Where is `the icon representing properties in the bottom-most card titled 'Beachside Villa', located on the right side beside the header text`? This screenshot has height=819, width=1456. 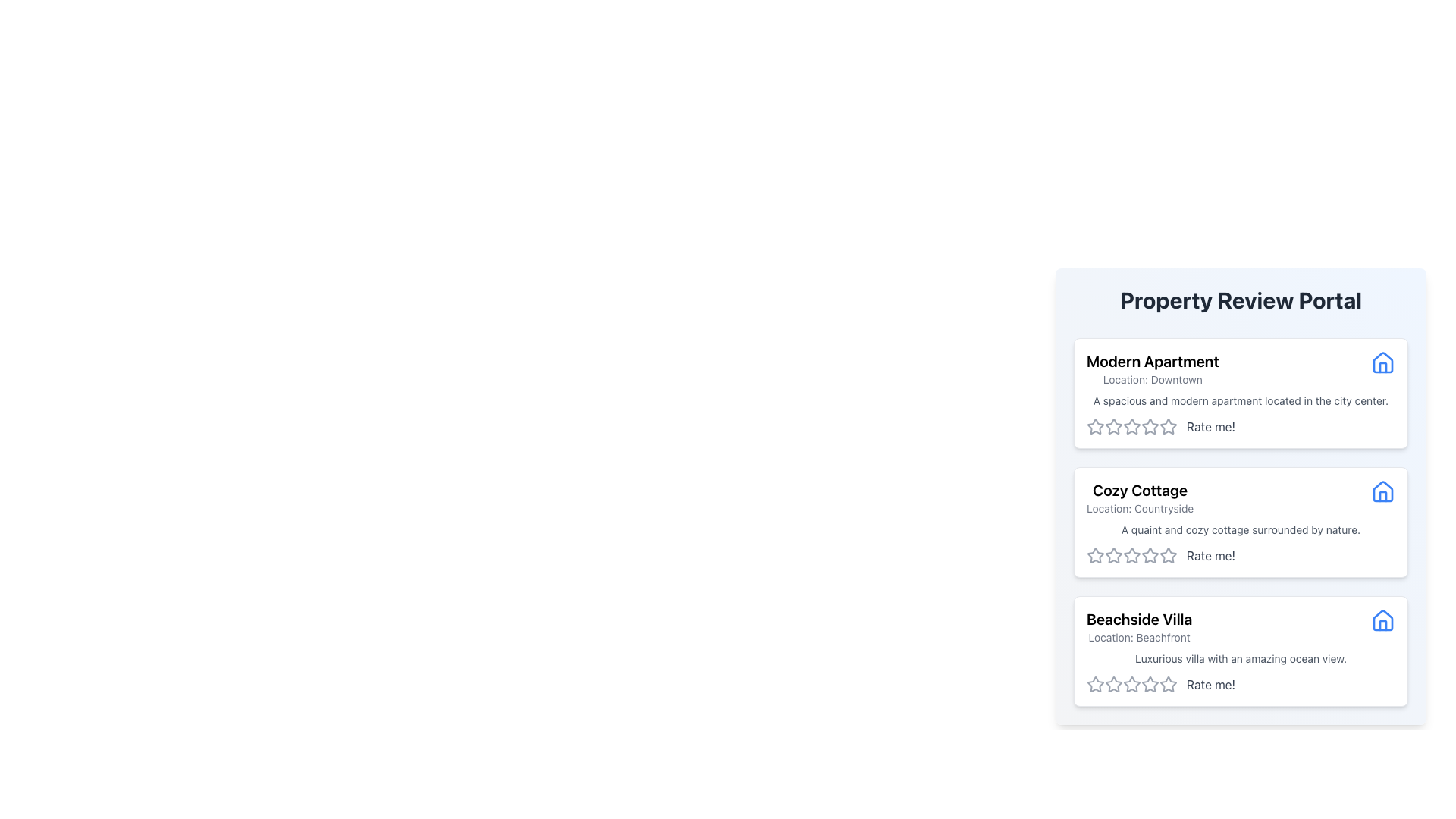
the icon representing properties in the bottom-most card titled 'Beachside Villa', located on the right side beside the header text is located at coordinates (1383, 620).